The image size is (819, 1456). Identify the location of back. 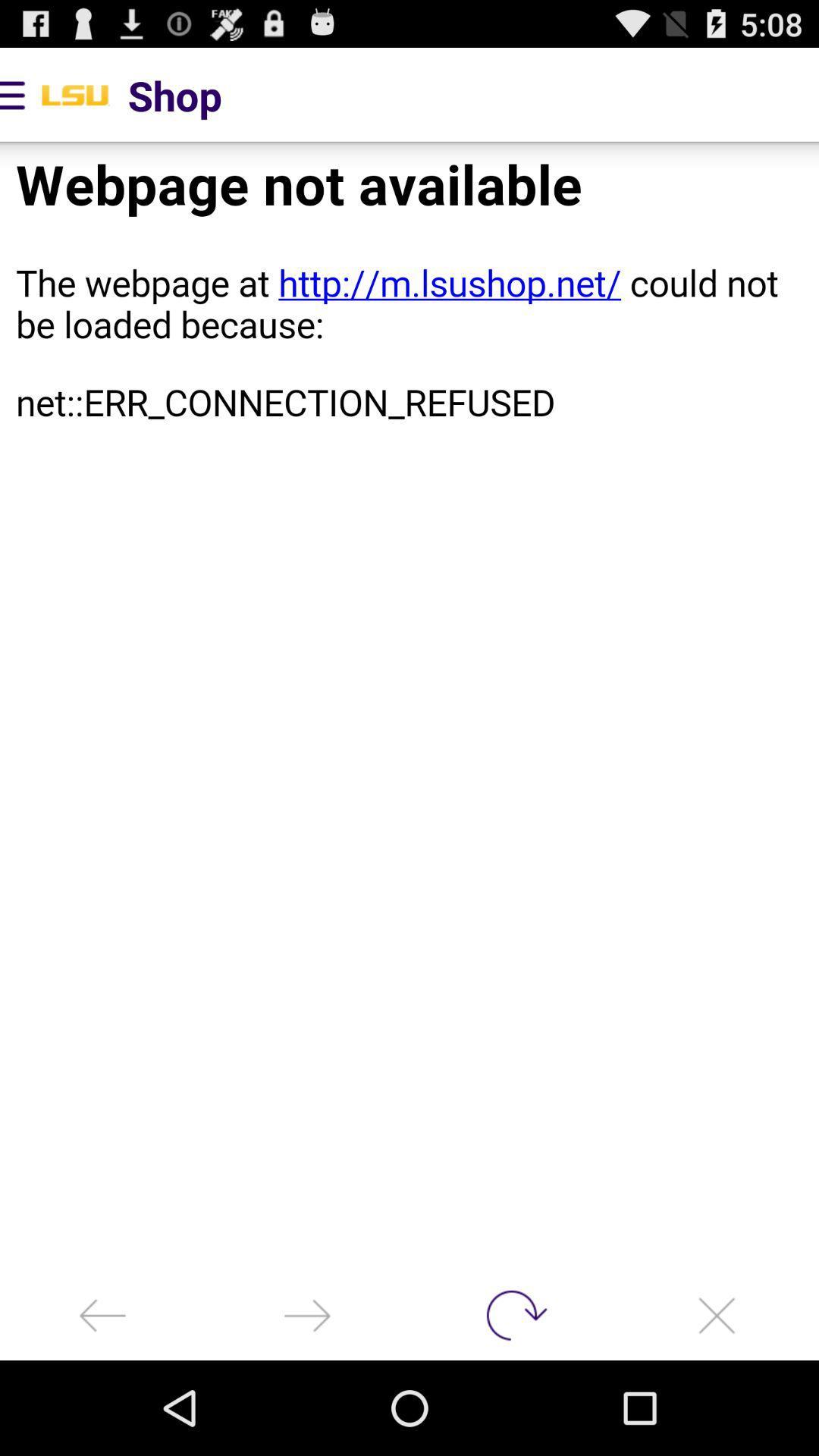
(102, 1314).